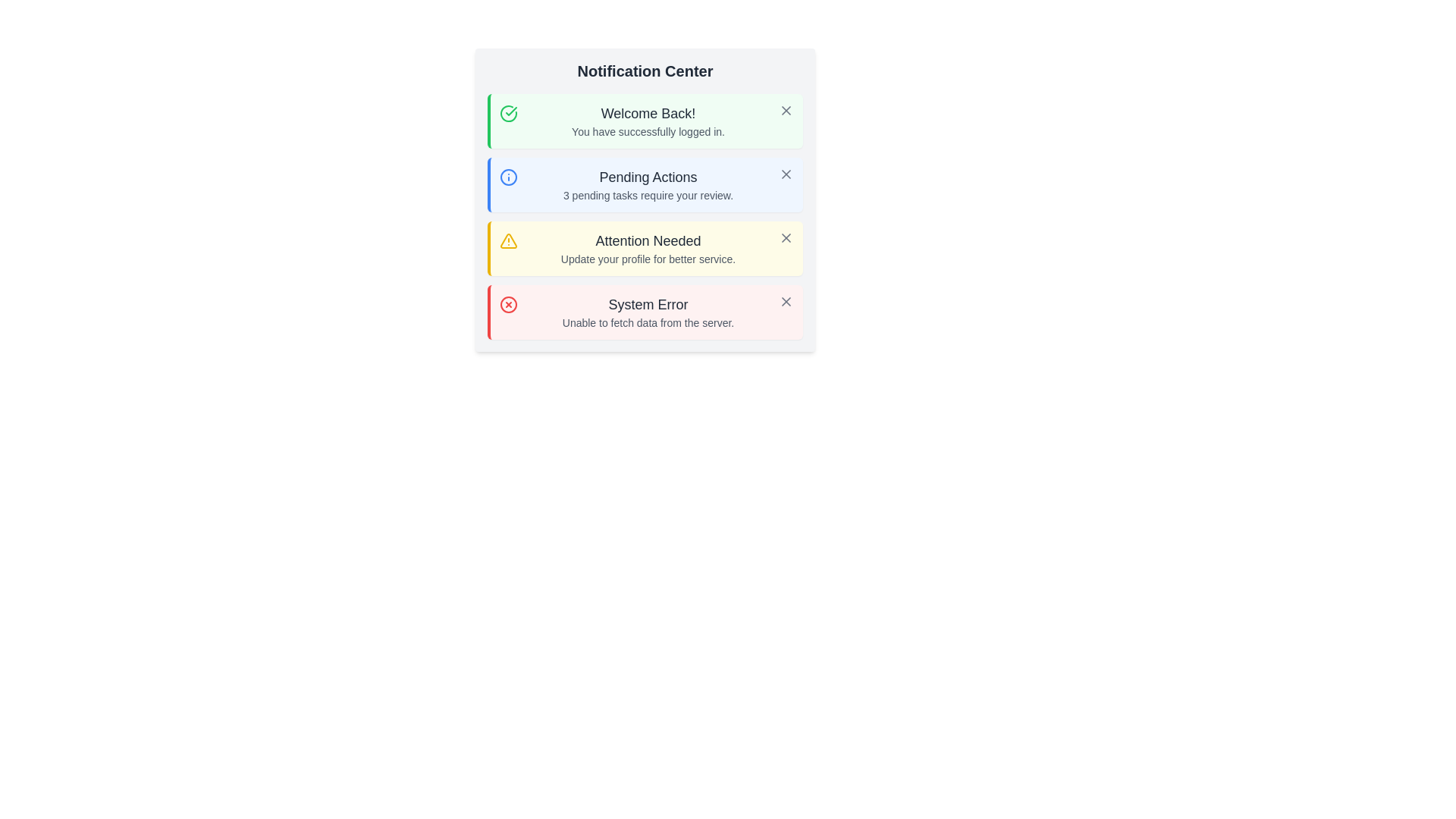 The width and height of the screenshot is (1456, 819). I want to click on the actions associated with the system error notification located in the bottom slot of the Notification Center, so click(648, 312).